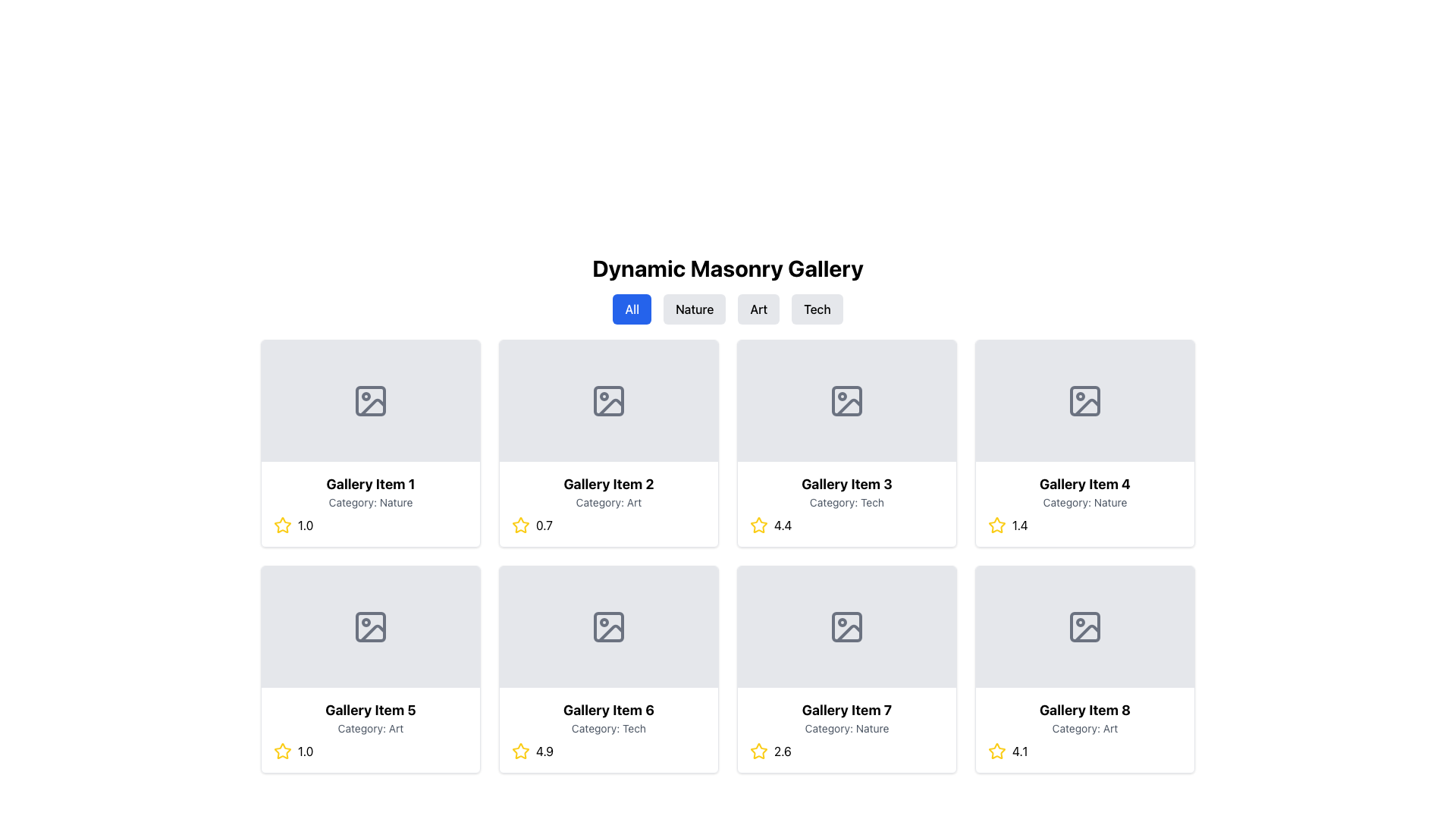  I want to click on 'Art' text label that indicates the category of the related gallery item, positioned below 'Gallery Item 2' and above the star icon, so click(608, 503).